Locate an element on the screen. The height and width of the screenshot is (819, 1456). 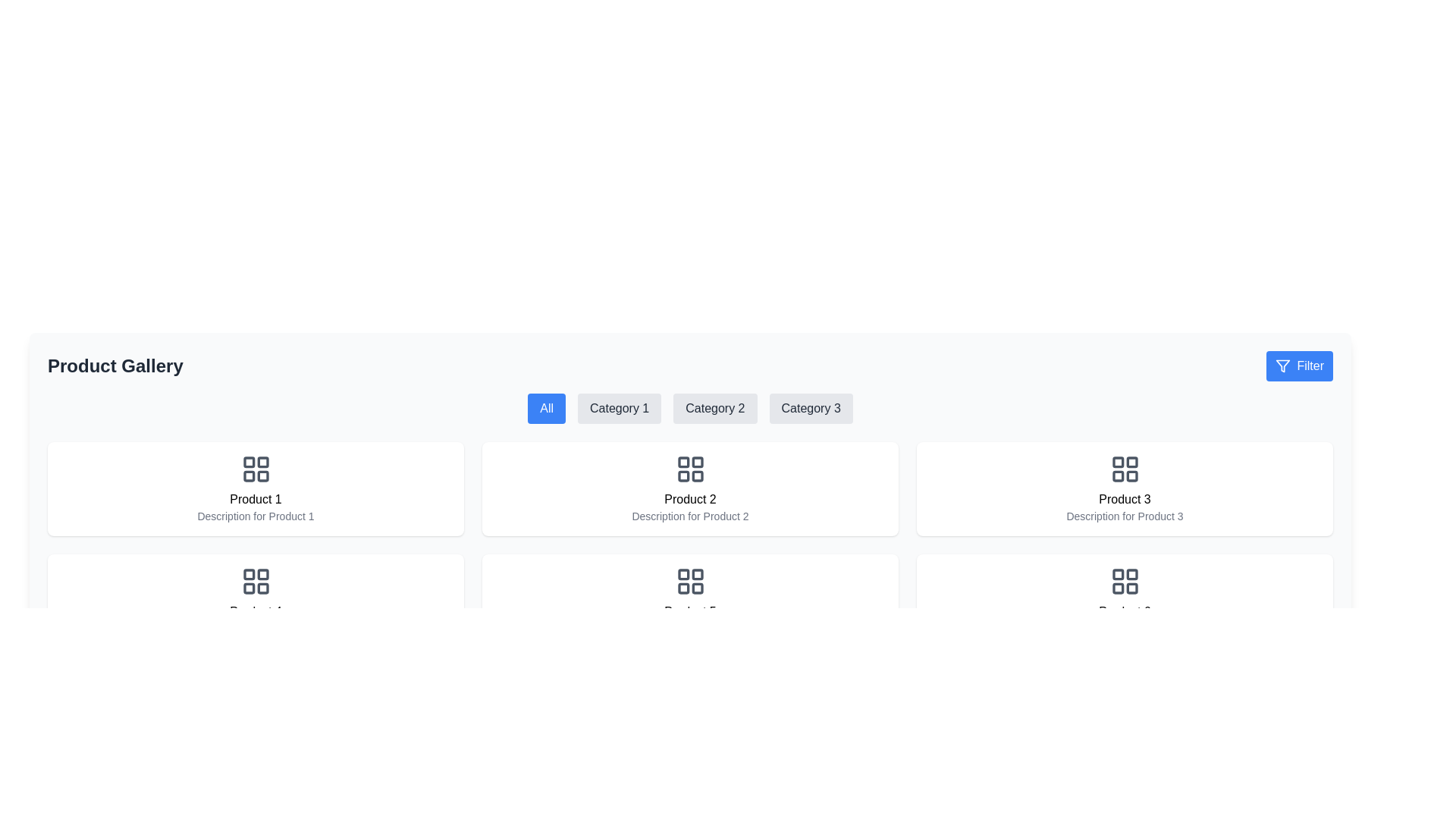
the top-left square of the 2x2 grid icon above the 'Product 4' text in the user interface is located at coordinates (249, 574).